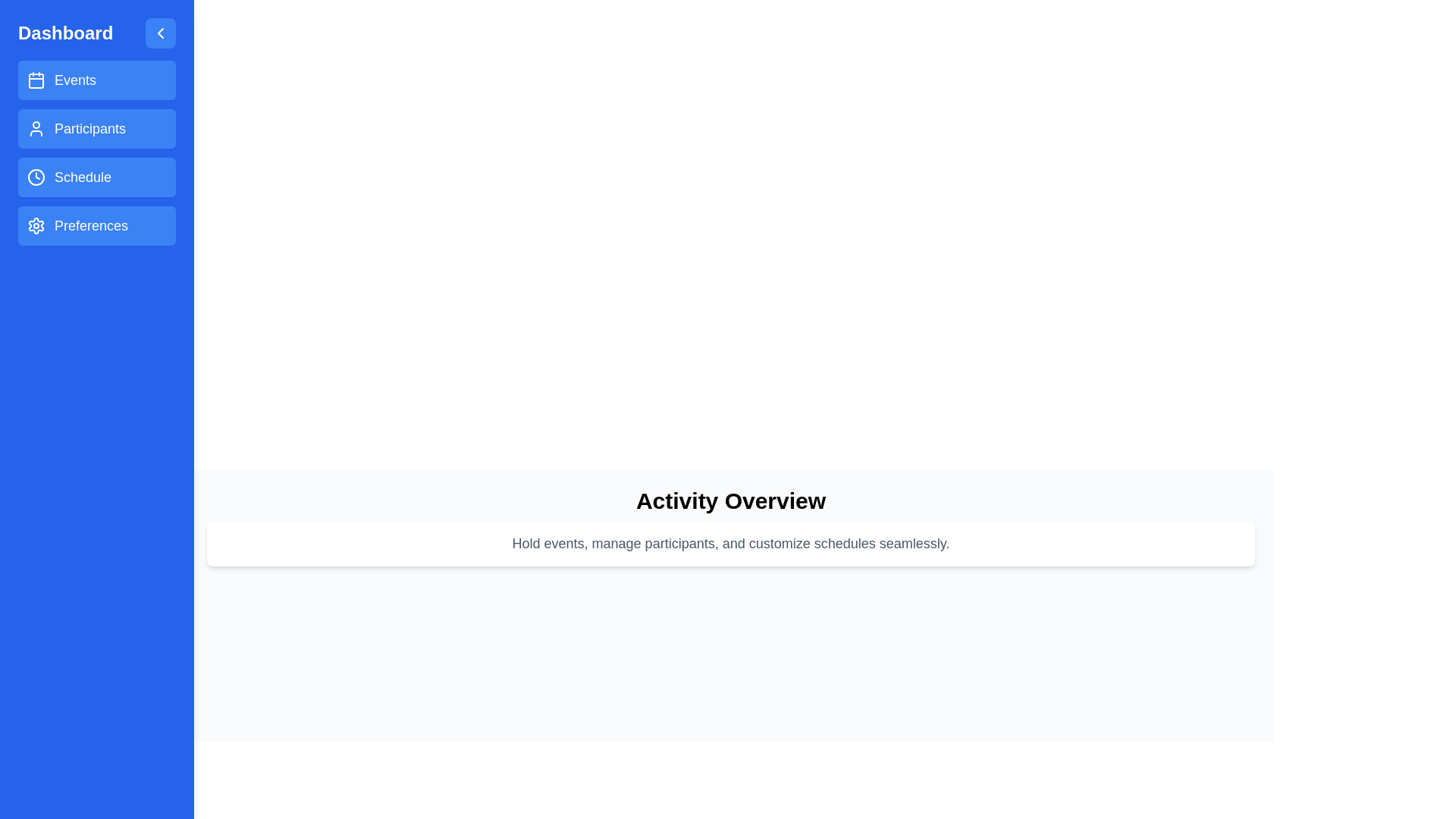  What do you see at coordinates (160, 33) in the screenshot?
I see `the toggle button to change the drawer's visibility` at bounding box center [160, 33].